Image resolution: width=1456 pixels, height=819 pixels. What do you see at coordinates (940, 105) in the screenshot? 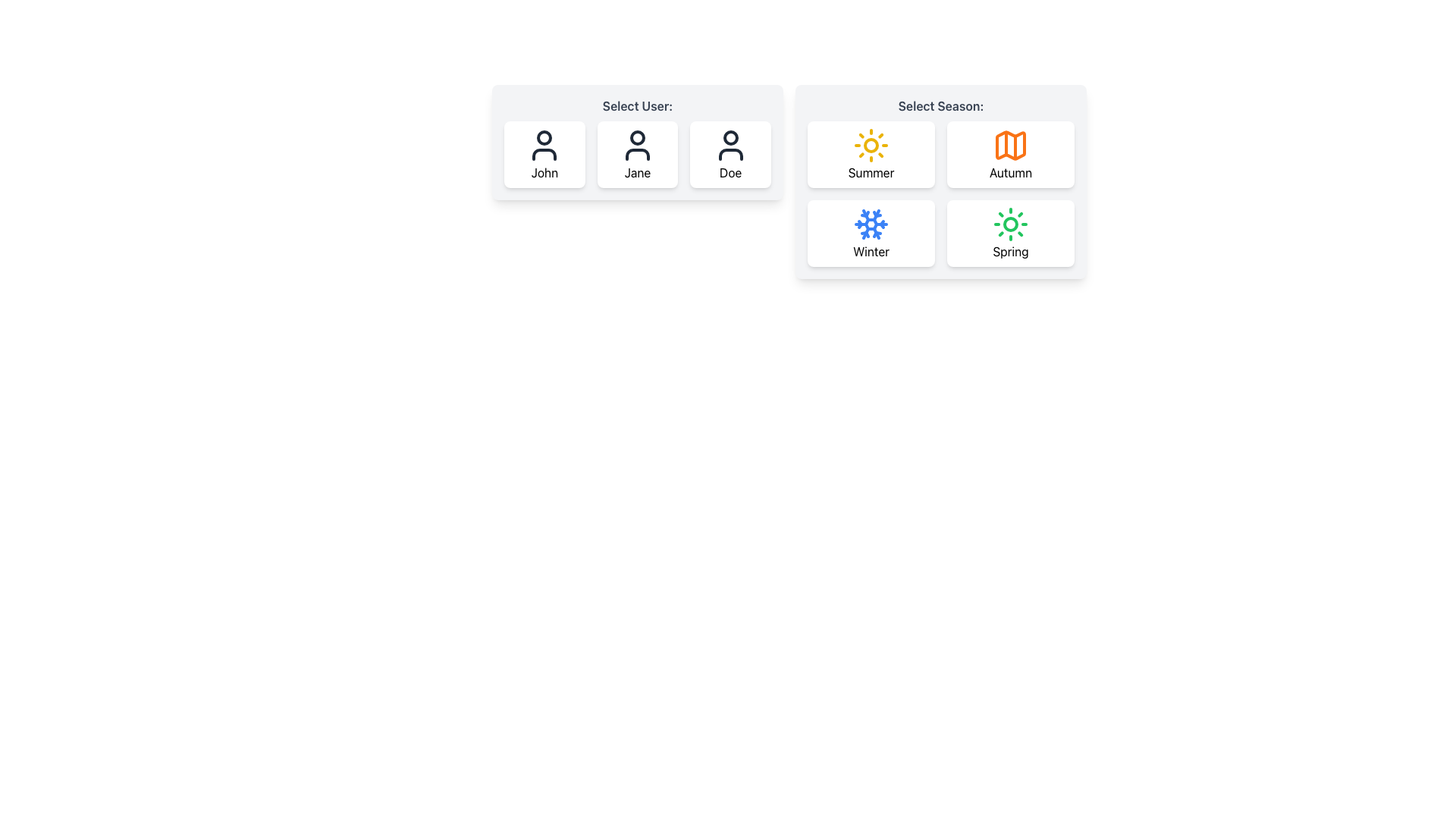
I see `the text label 'Select Season:' which is prominently styled in a semi-bold, gray font at the top-center of the seasonal options card` at bounding box center [940, 105].